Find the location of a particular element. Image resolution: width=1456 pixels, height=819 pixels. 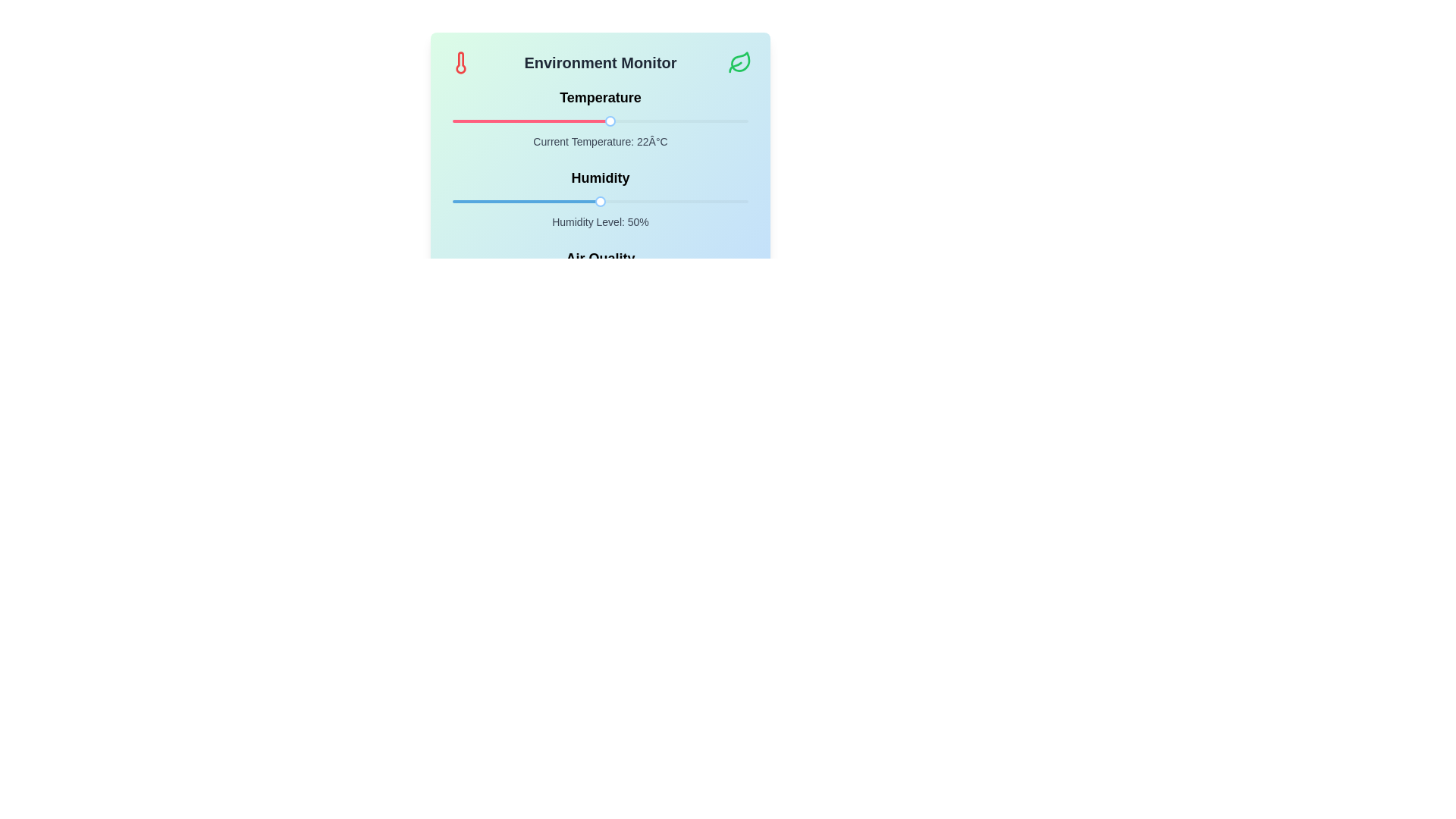

the slider handle for keyboard navigation is located at coordinates (610, 120).